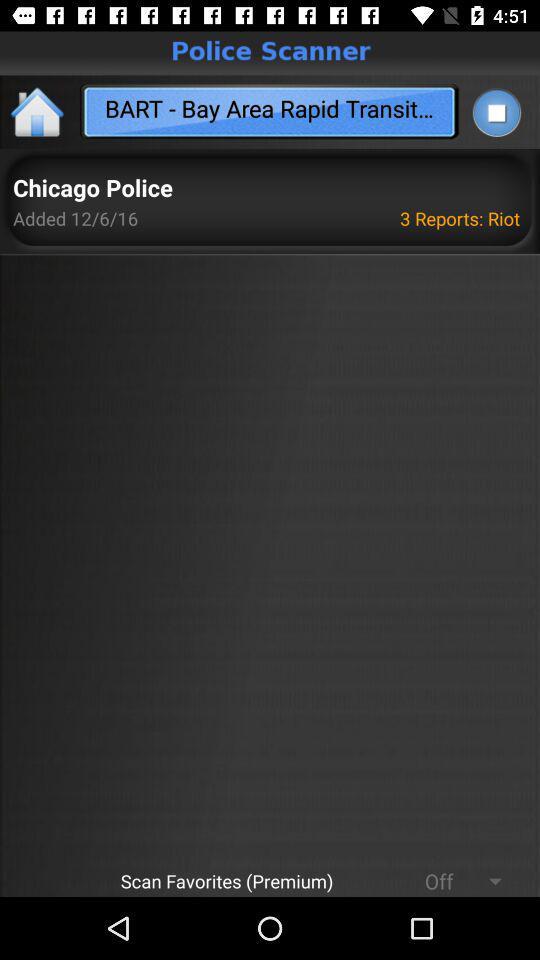 The height and width of the screenshot is (960, 540). Describe the element at coordinates (495, 112) in the screenshot. I see `the item to the right of bart bay area item` at that location.